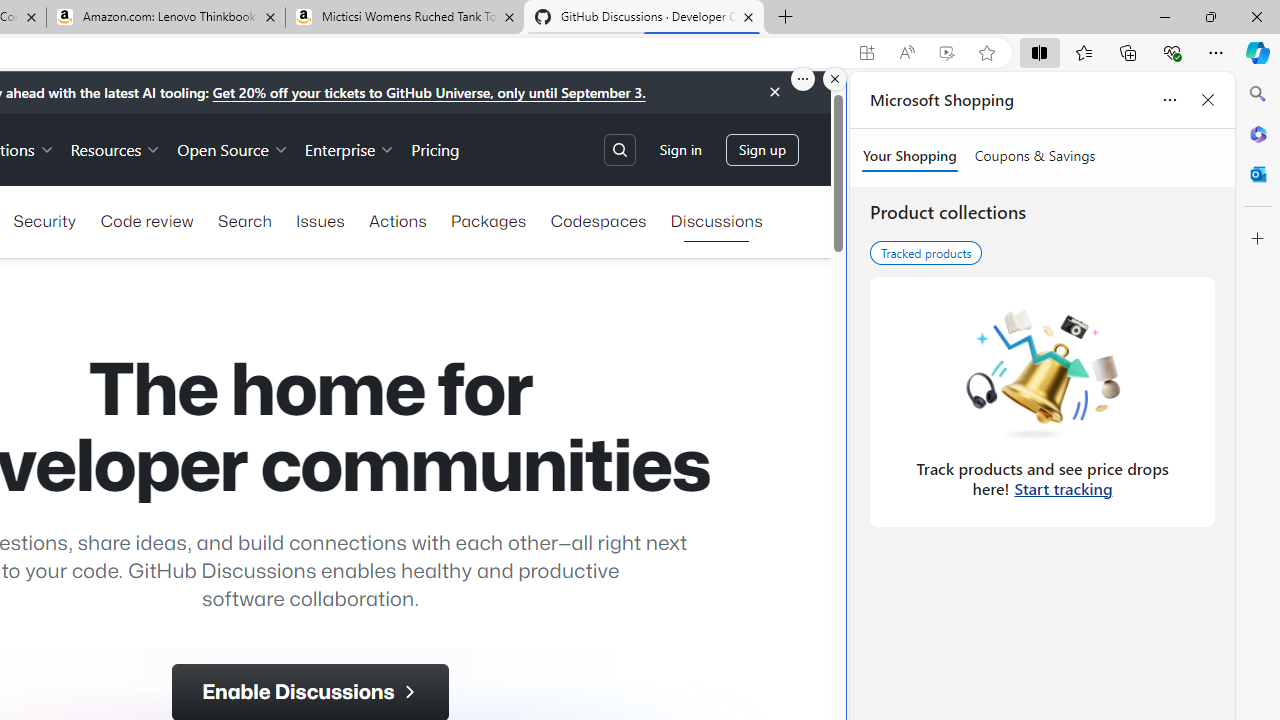  Describe the element at coordinates (488, 221) in the screenshot. I see `'Packages'` at that location.